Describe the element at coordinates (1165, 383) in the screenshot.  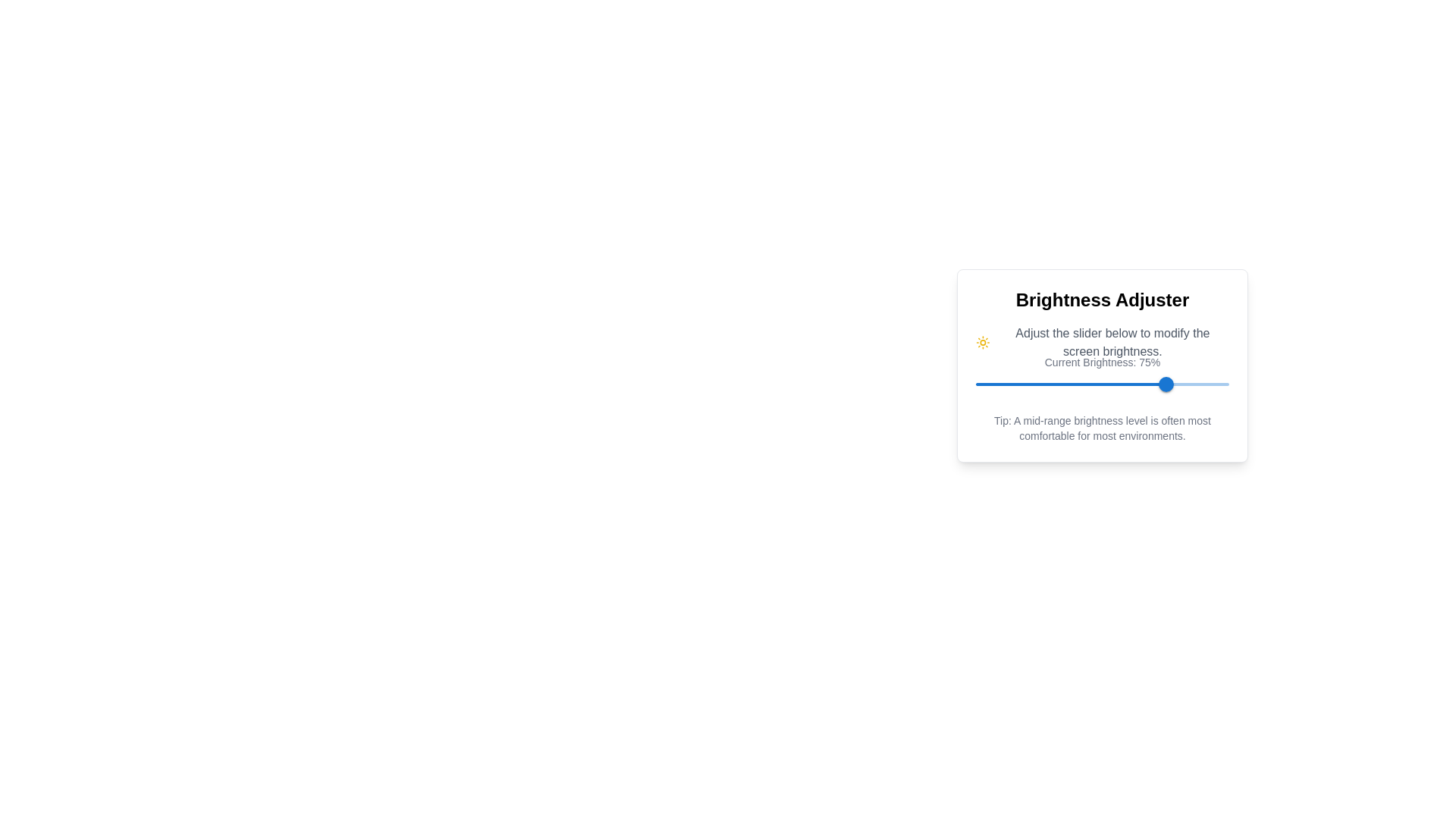
I see `the blue circular slider thumb located at 75% along the horizontal track beneath the label 'Current Brightness: 75%'` at that location.